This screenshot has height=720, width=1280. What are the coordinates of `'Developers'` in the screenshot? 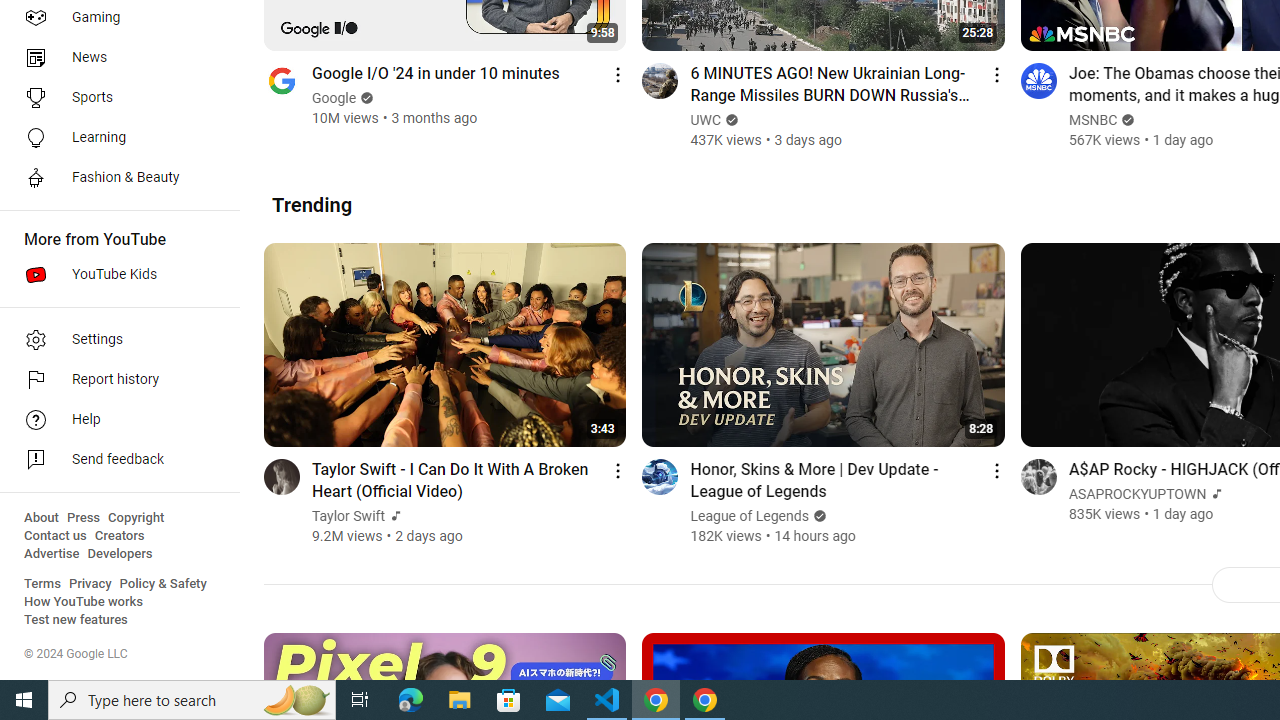 It's located at (119, 554).